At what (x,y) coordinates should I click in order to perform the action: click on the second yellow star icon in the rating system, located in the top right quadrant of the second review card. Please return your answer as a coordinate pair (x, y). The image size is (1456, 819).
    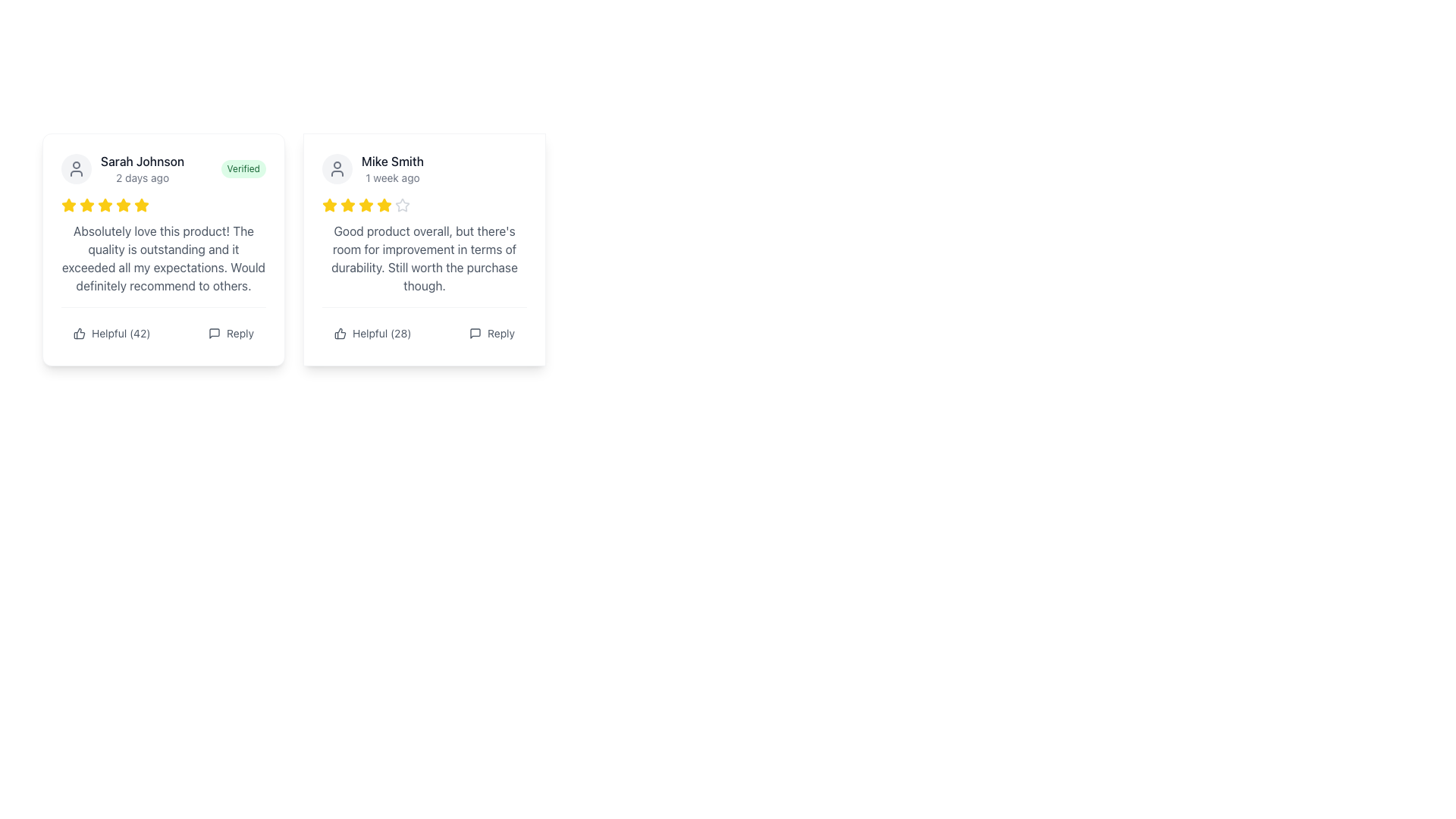
    Looking at the image, I should click on (366, 205).